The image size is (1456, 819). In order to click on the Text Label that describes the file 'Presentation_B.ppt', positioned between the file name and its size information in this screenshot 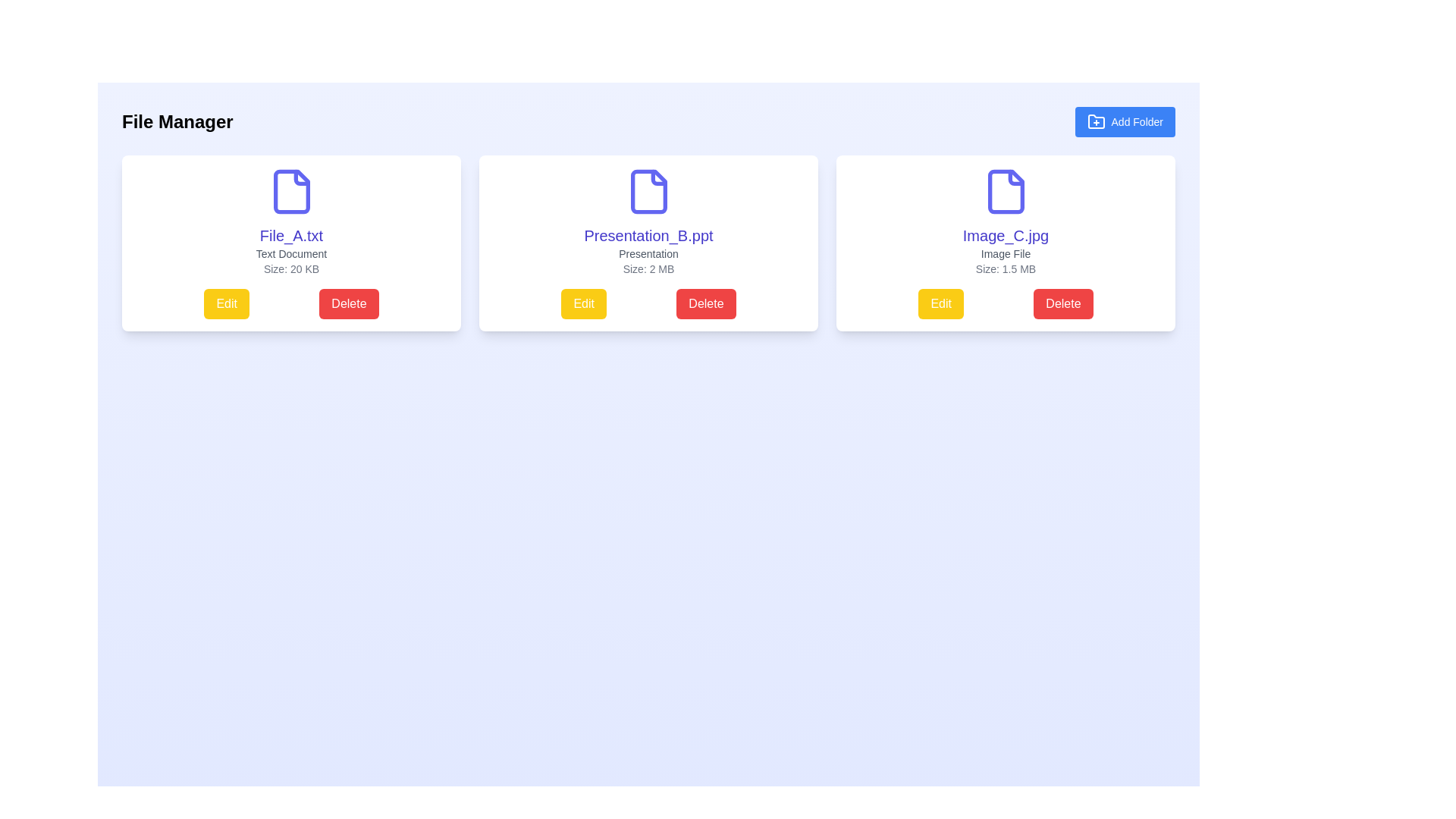, I will do `click(648, 253)`.